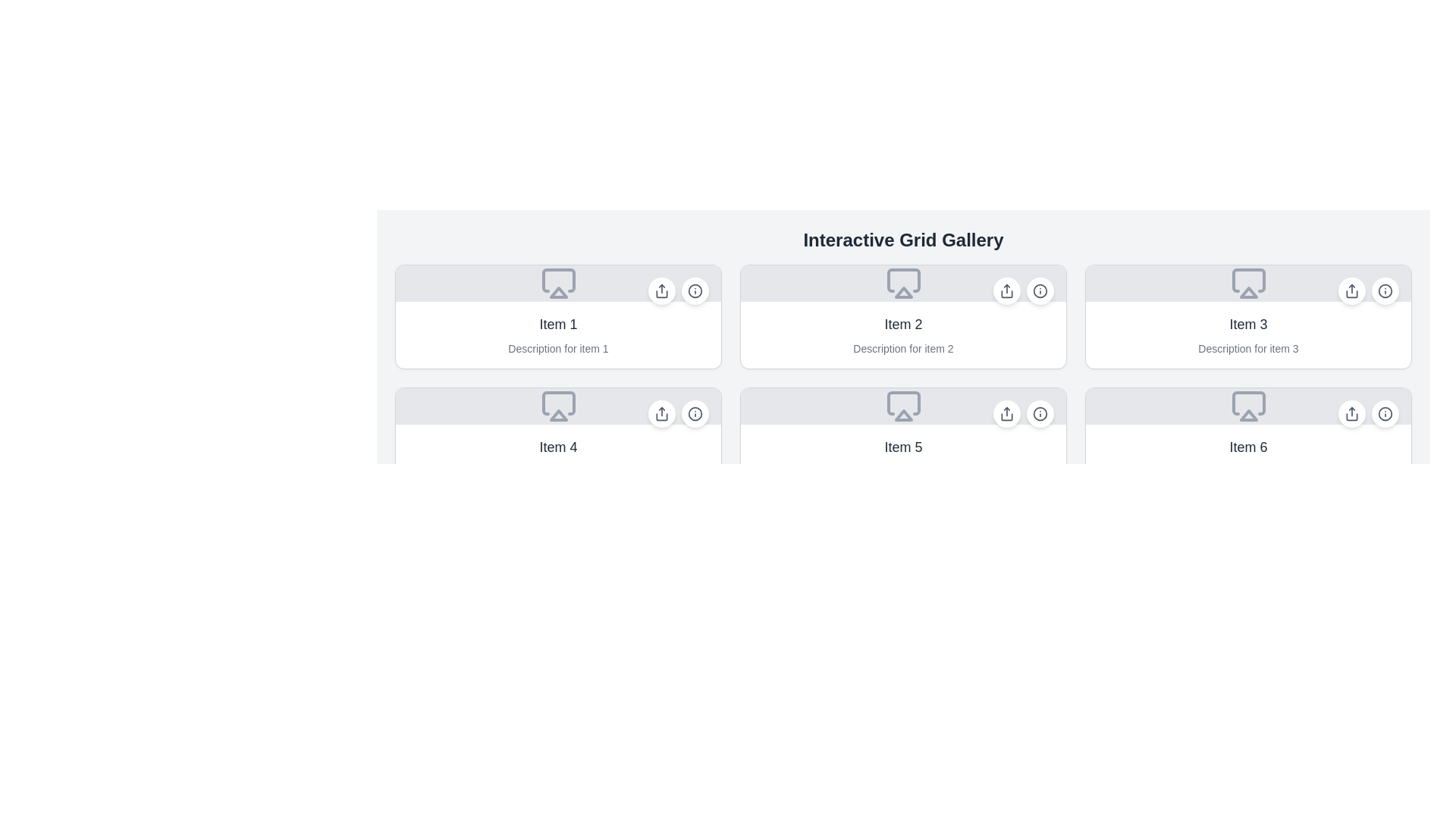 The width and height of the screenshot is (1456, 819). Describe the element at coordinates (903, 348) in the screenshot. I see `the text label that contains 'Description for item 2', which is styled with a small font size and gray color, located directly below the title 'Item 2' in the second card of the top row` at that location.